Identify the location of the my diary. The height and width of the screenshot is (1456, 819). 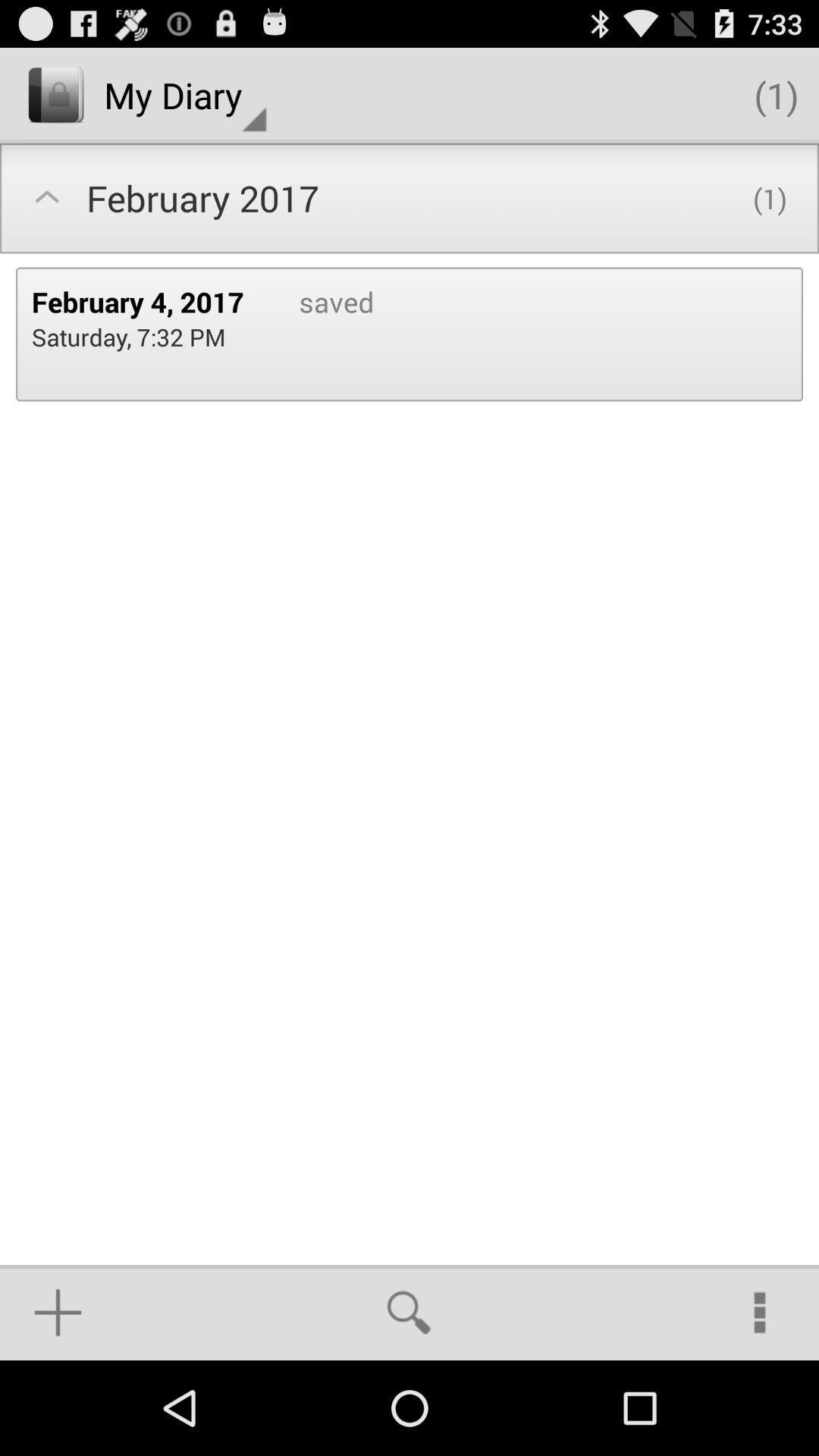
(184, 94).